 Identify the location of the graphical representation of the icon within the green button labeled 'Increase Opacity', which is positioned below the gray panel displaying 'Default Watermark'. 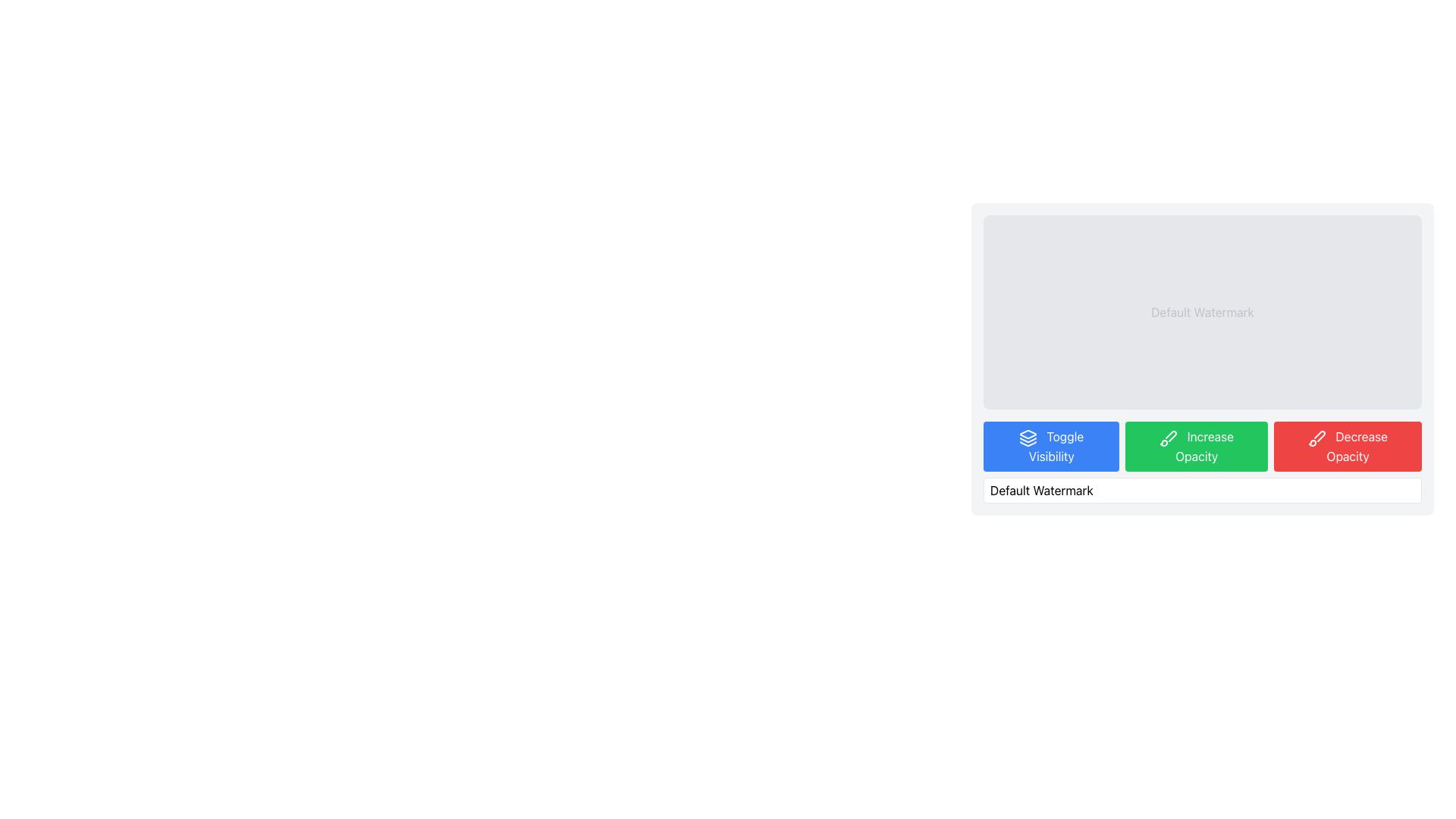
(1168, 438).